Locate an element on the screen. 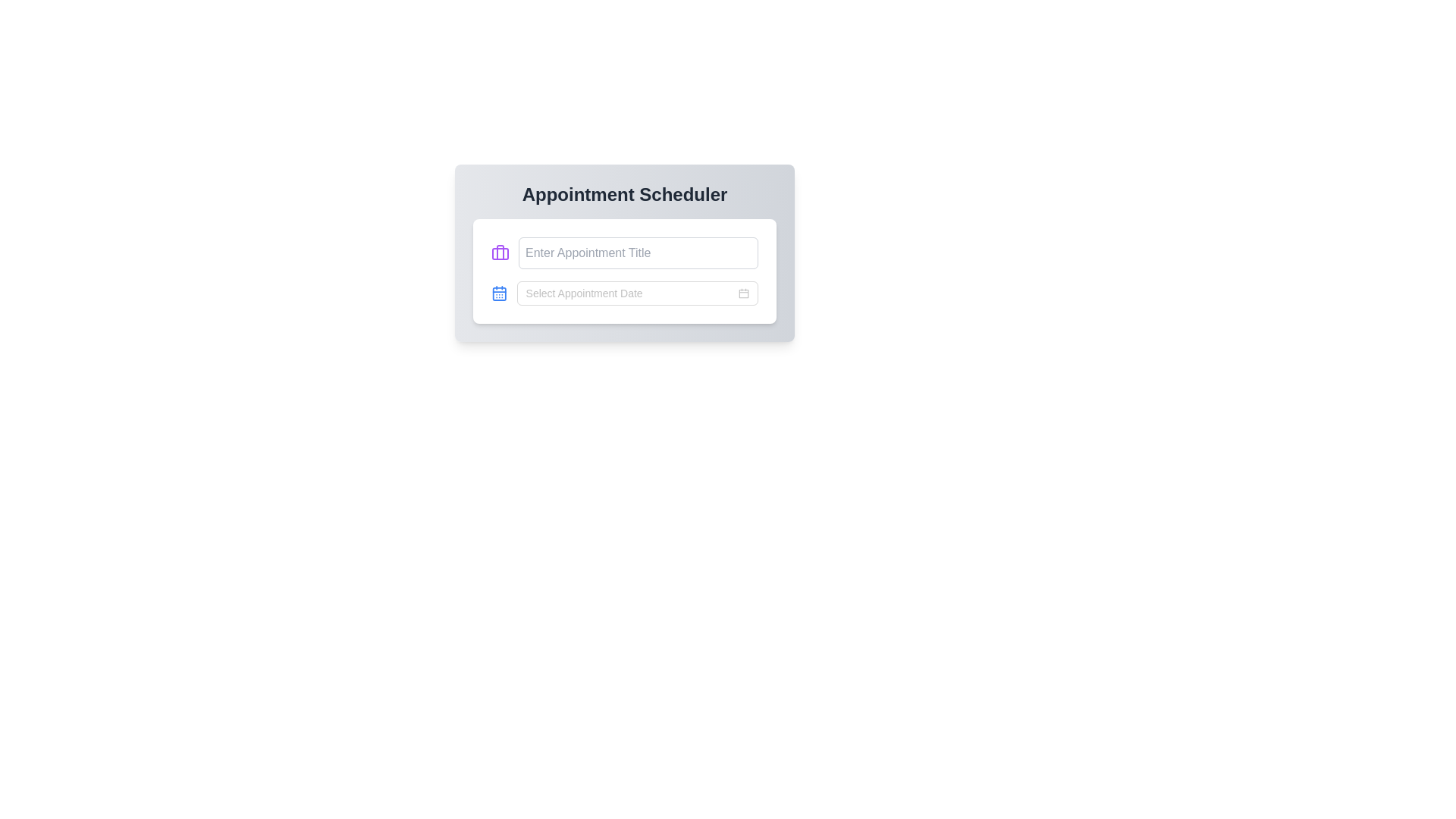  the Date-picker input field located below the 'Enter Appointment Title' field is located at coordinates (637, 293).